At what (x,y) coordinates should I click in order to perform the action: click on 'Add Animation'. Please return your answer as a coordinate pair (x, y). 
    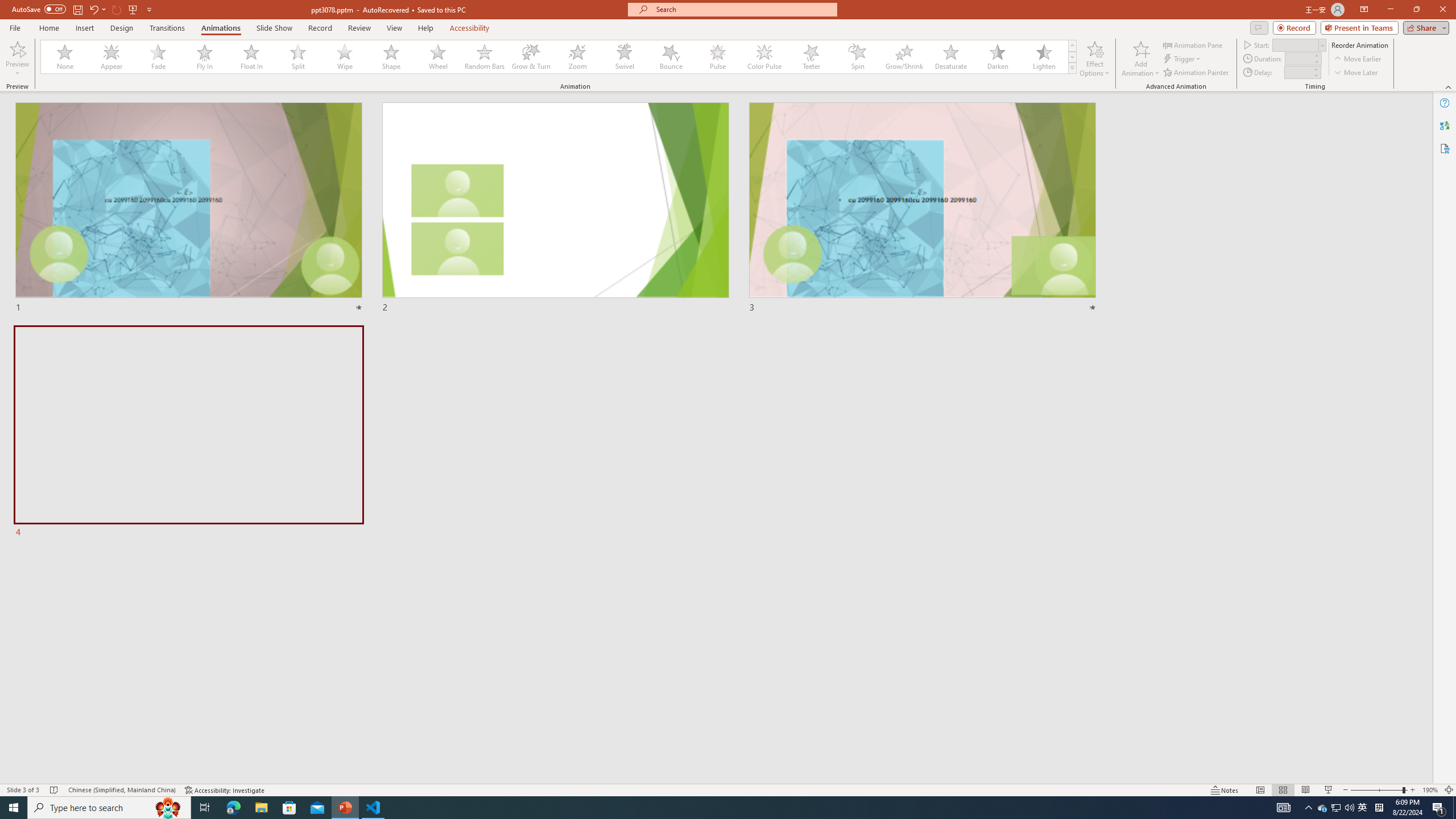
    Looking at the image, I should click on (1141, 59).